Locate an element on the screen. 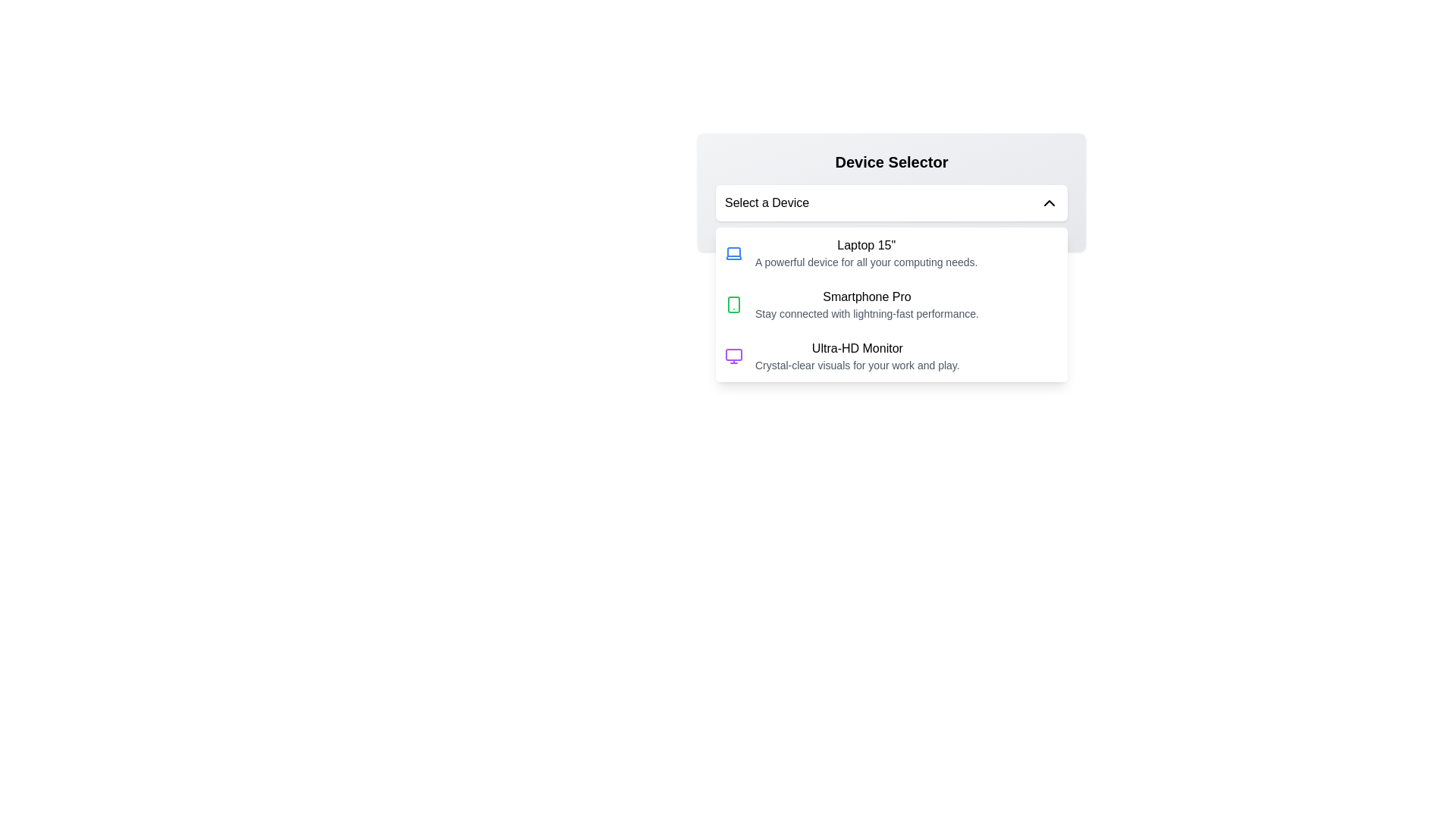 This screenshot has width=1456, height=819. to select the 'Smartphone Pro' option from the dropdown menu, which is the second item in the list of device descriptions is located at coordinates (892, 304).